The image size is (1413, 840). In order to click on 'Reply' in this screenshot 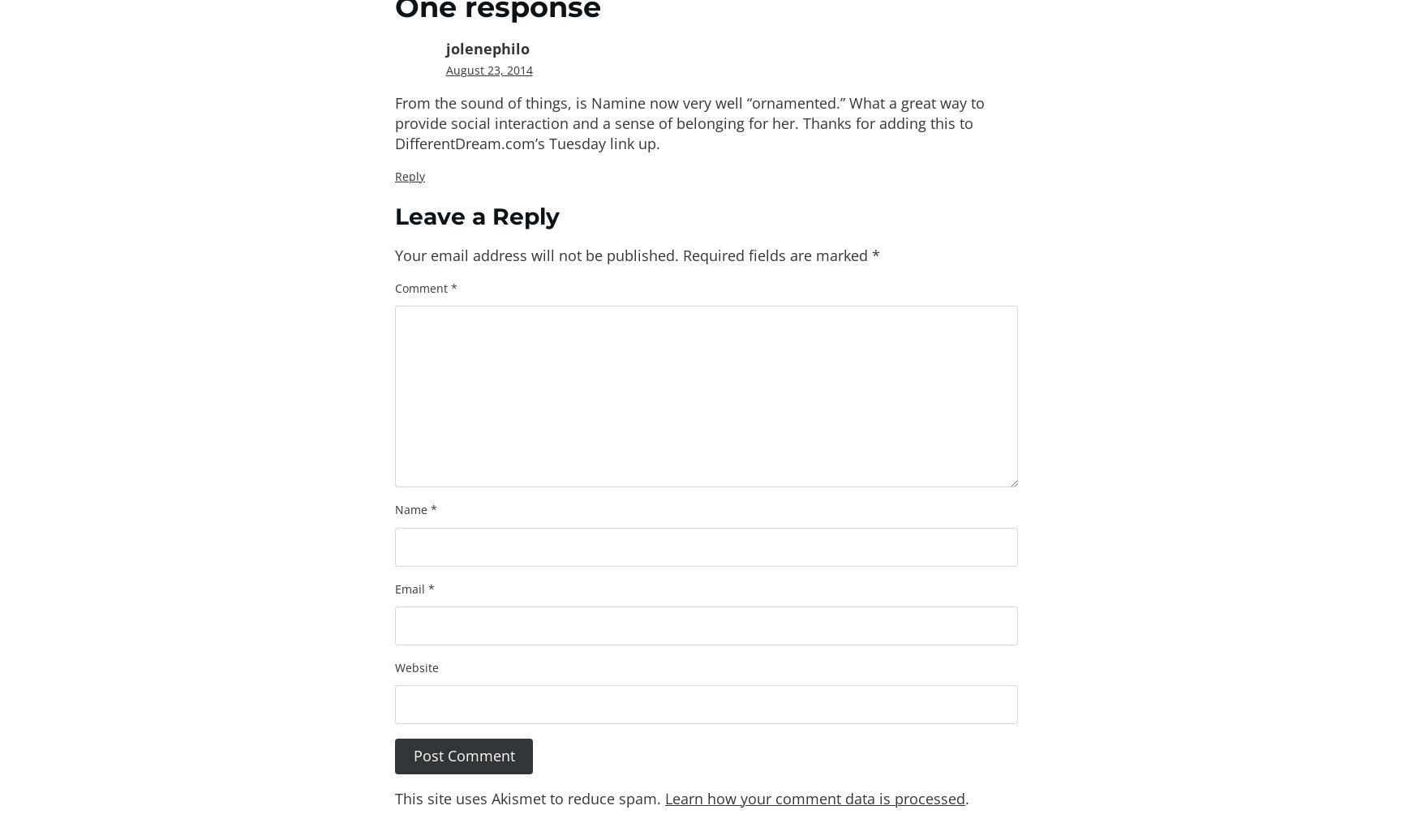, I will do `click(395, 176)`.